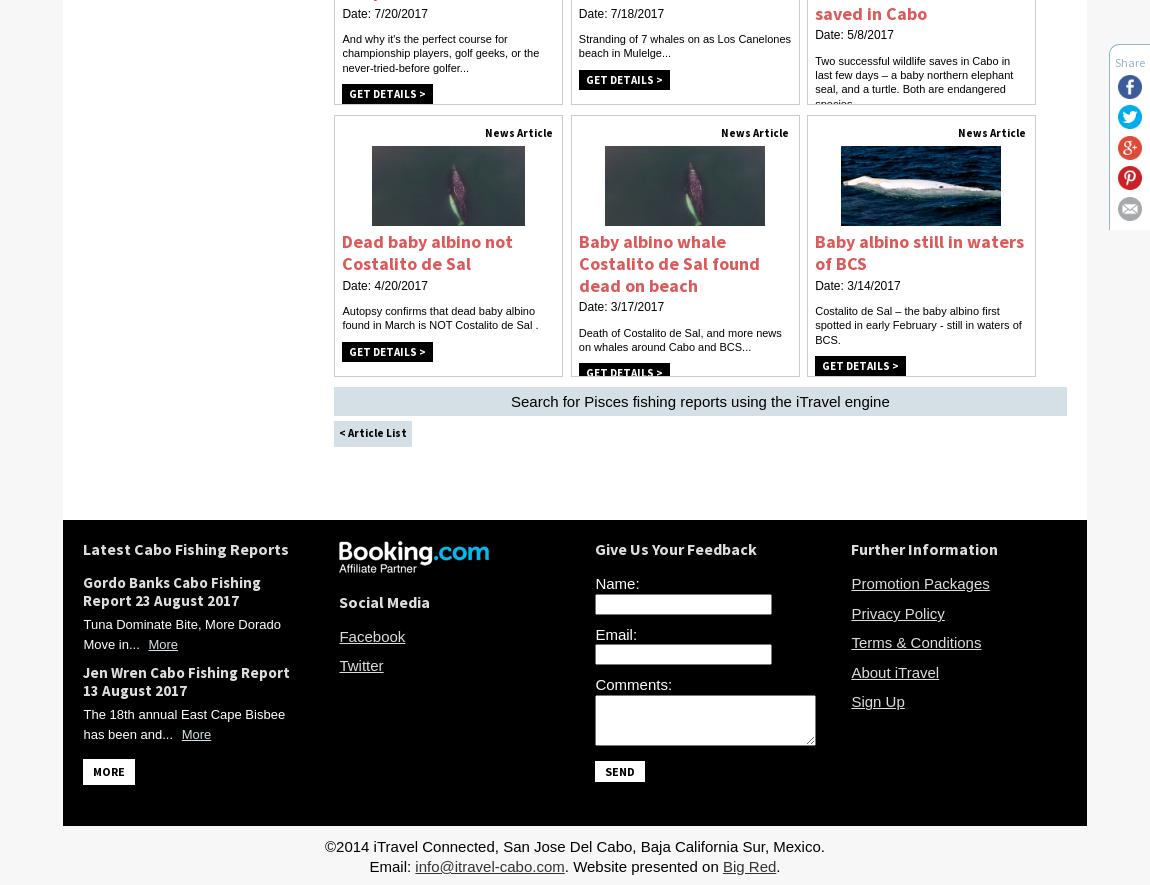 This screenshot has height=885, width=1150. Describe the element at coordinates (850, 671) in the screenshot. I see `'About iTravel'` at that location.